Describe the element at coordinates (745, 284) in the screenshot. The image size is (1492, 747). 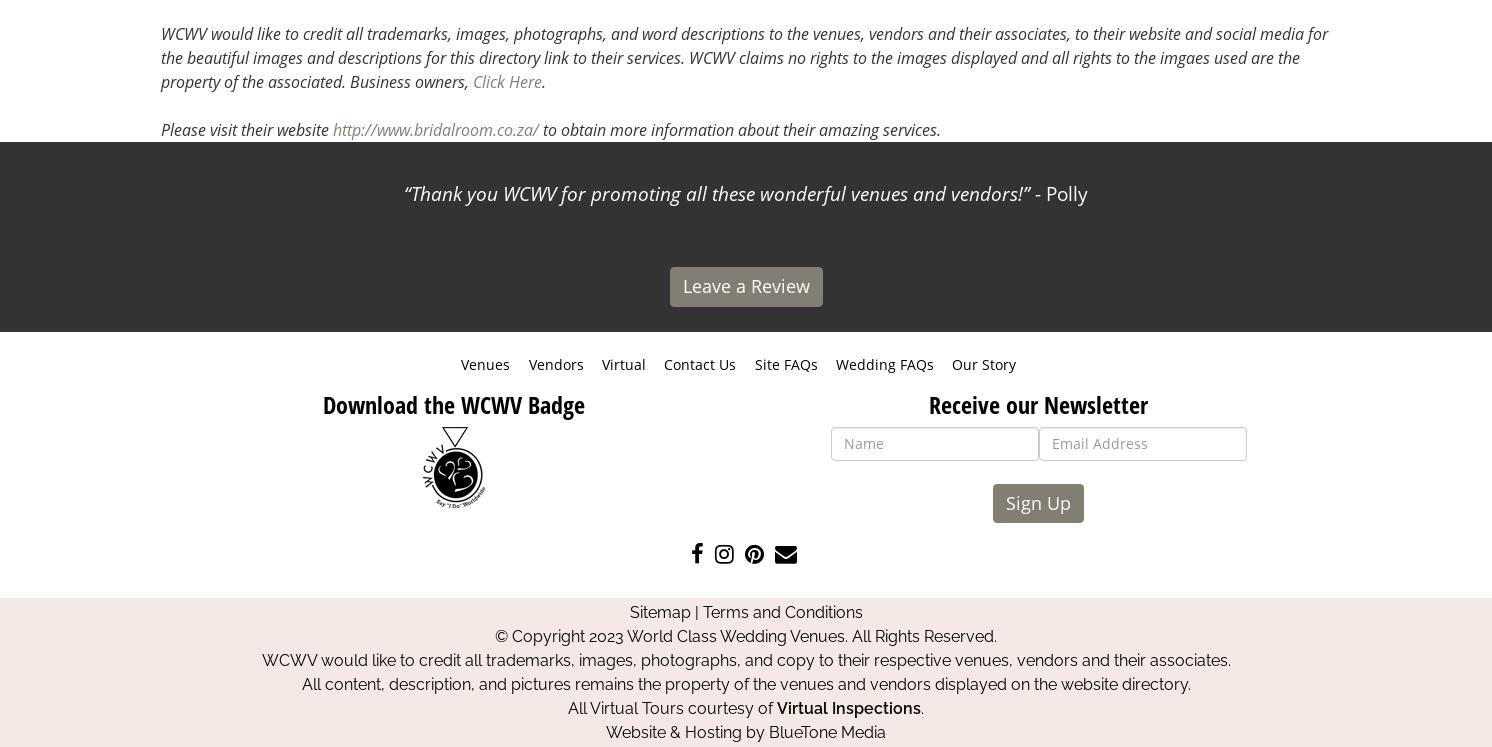
I see `'Leave a Review'` at that location.